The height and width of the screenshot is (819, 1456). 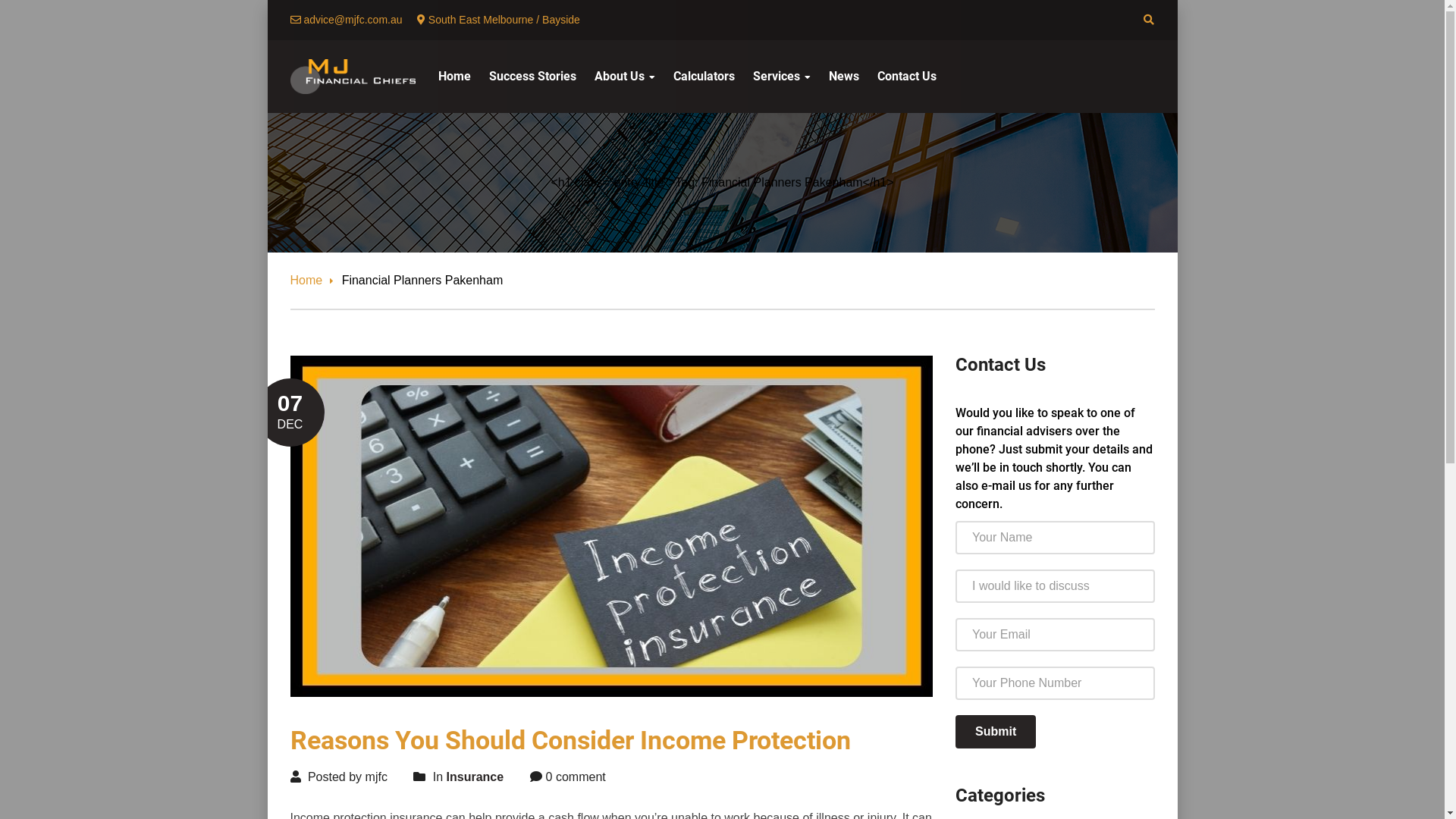 What do you see at coordinates (532, 76) in the screenshot?
I see `'Success Stories'` at bounding box center [532, 76].